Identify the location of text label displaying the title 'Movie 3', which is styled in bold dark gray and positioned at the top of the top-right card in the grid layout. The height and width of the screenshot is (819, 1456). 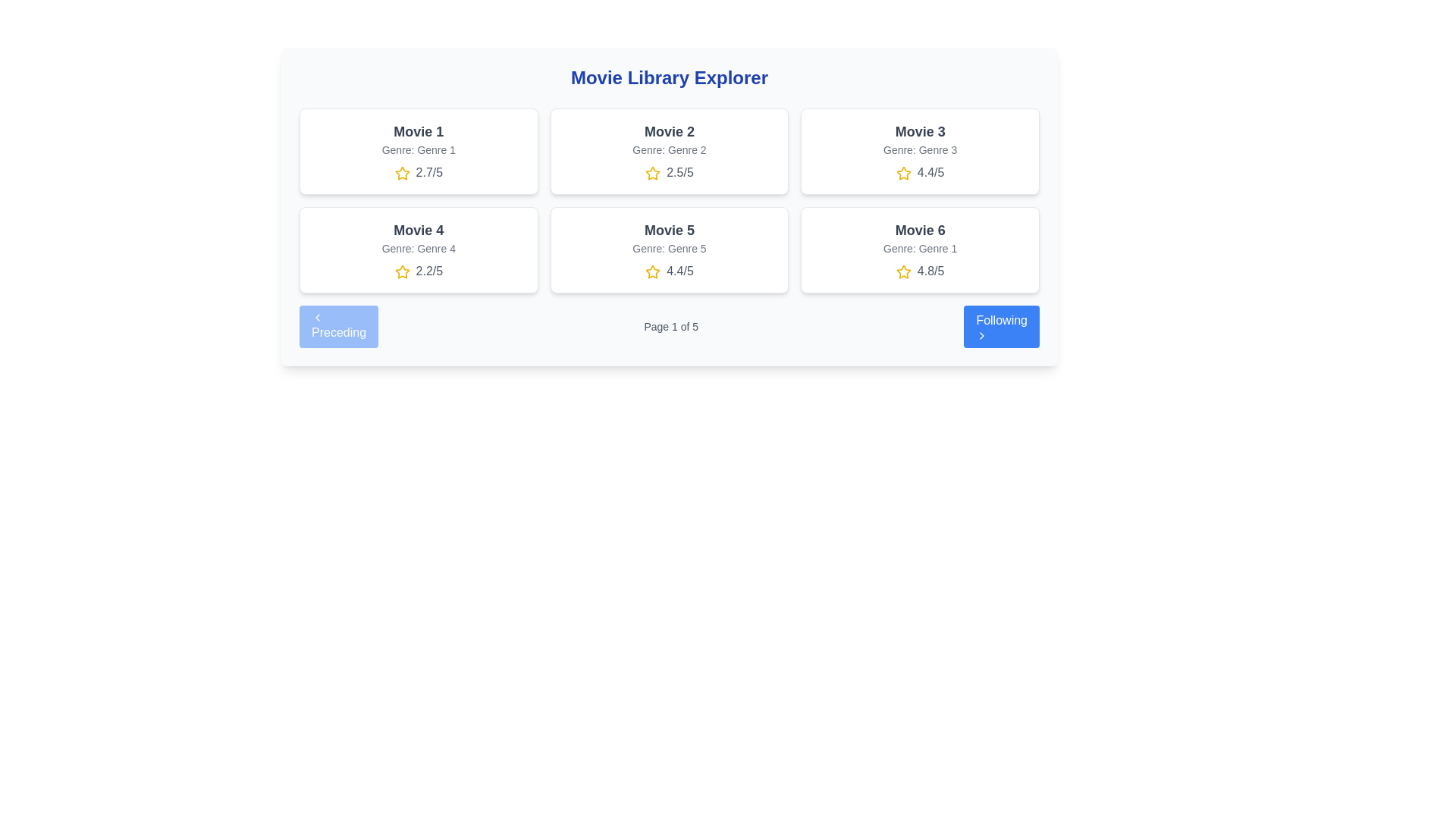
(919, 130).